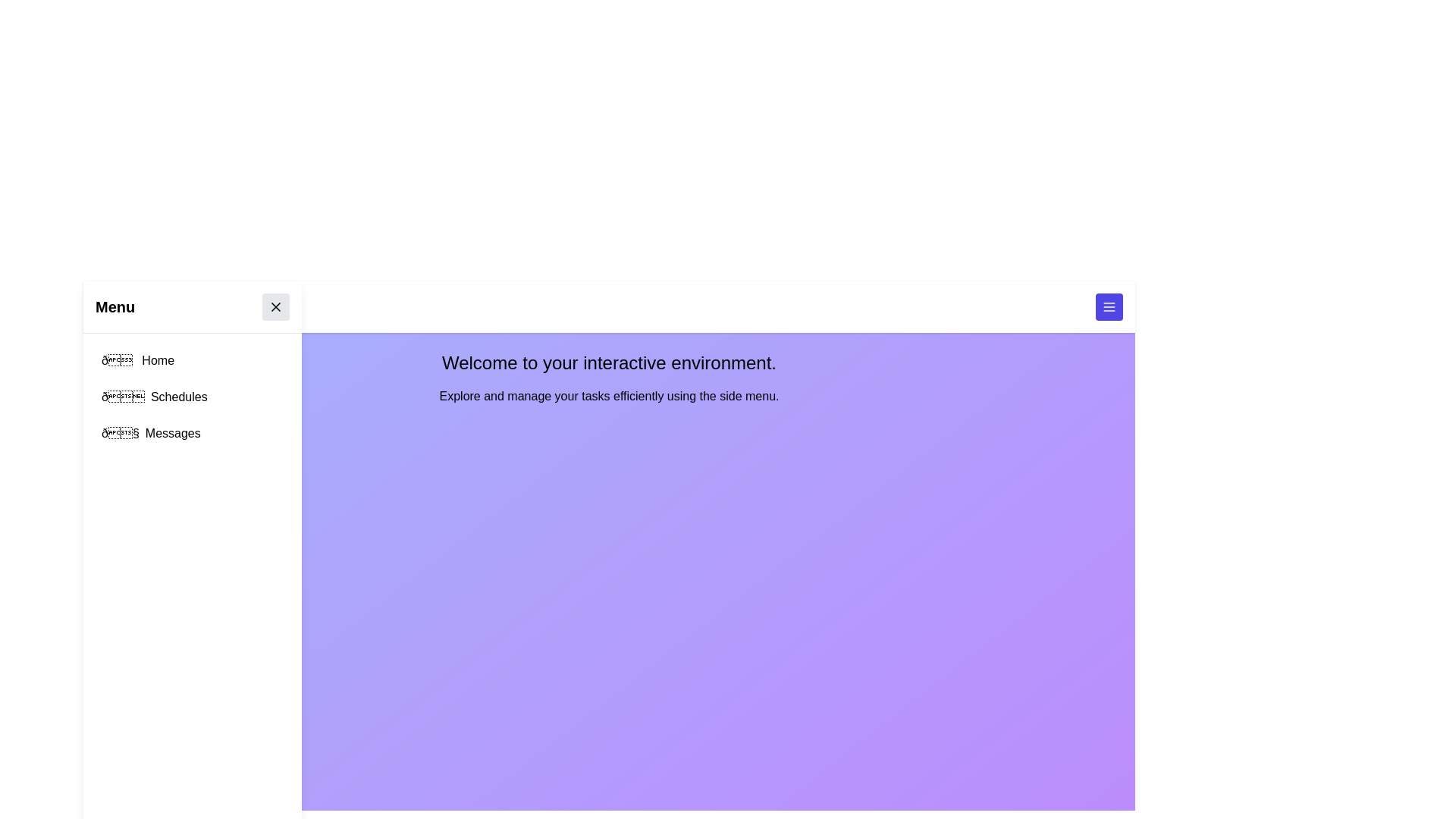  I want to click on the 'X' button located at the top-right corner of the 'Menu' bar, so click(276, 307).